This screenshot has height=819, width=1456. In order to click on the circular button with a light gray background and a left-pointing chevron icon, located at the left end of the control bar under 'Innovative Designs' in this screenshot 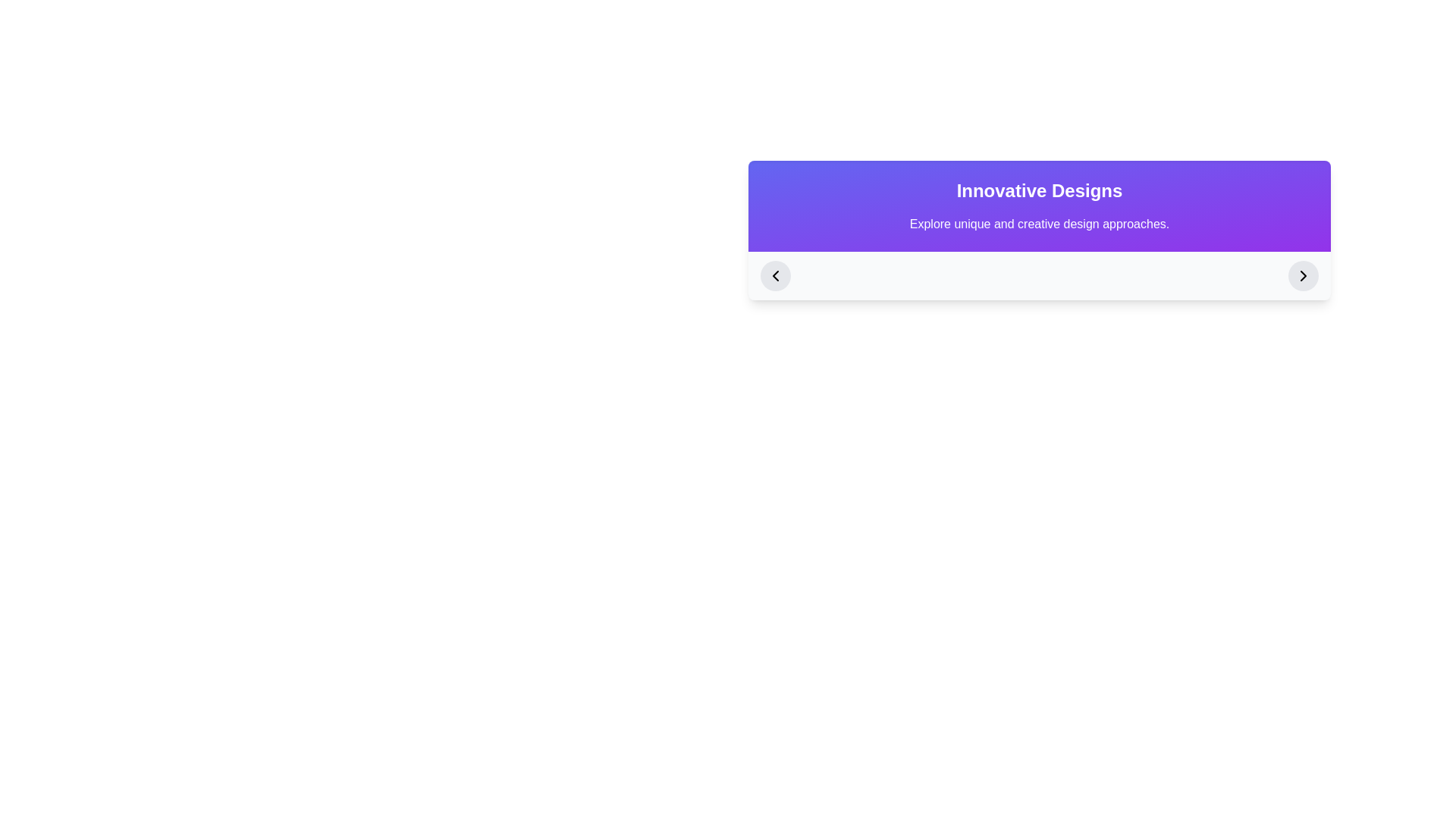, I will do `click(775, 275)`.